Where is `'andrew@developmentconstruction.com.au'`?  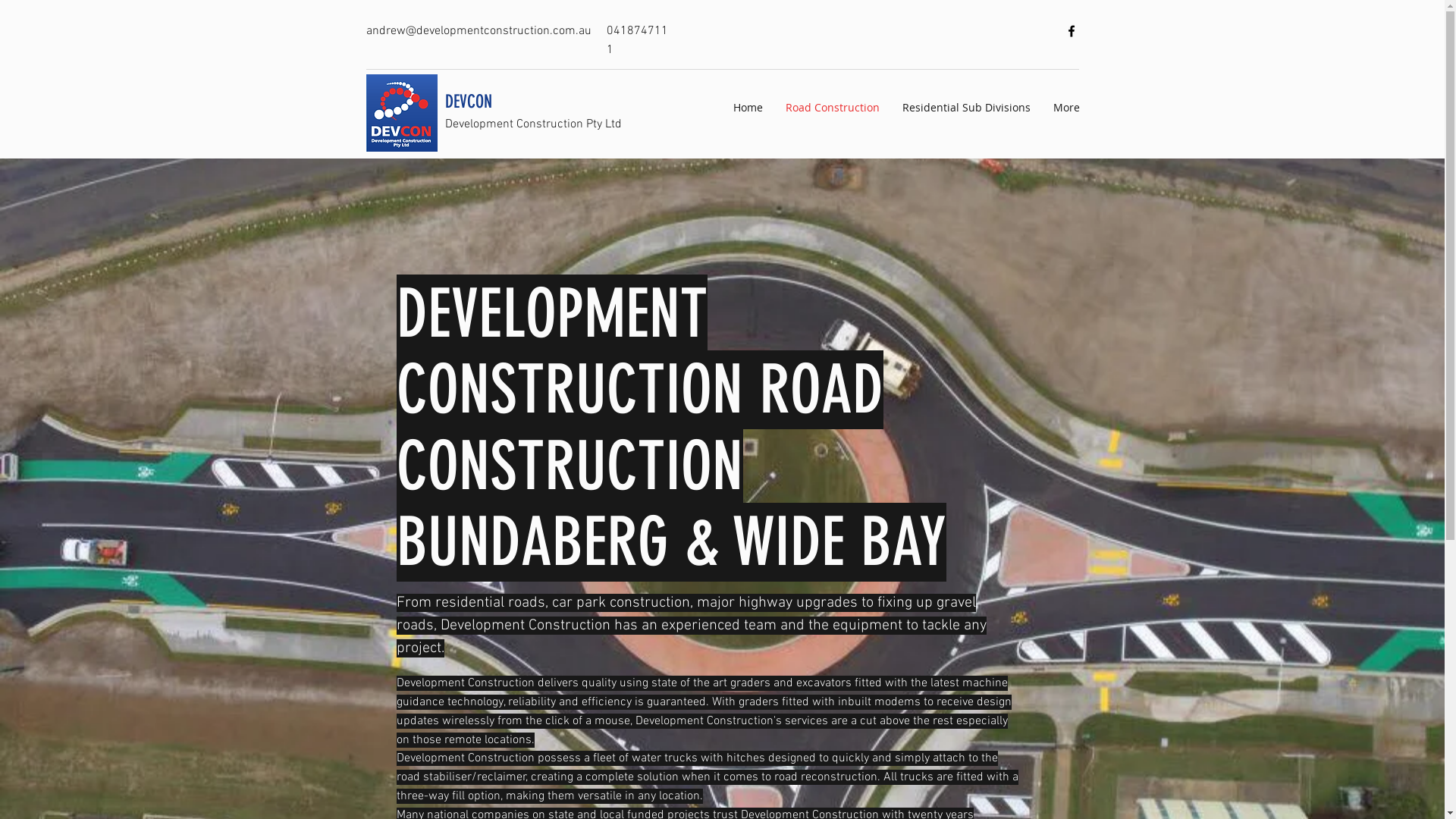 'andrew@developmentconstruction.com.au' is located at coordinates (477, 31).